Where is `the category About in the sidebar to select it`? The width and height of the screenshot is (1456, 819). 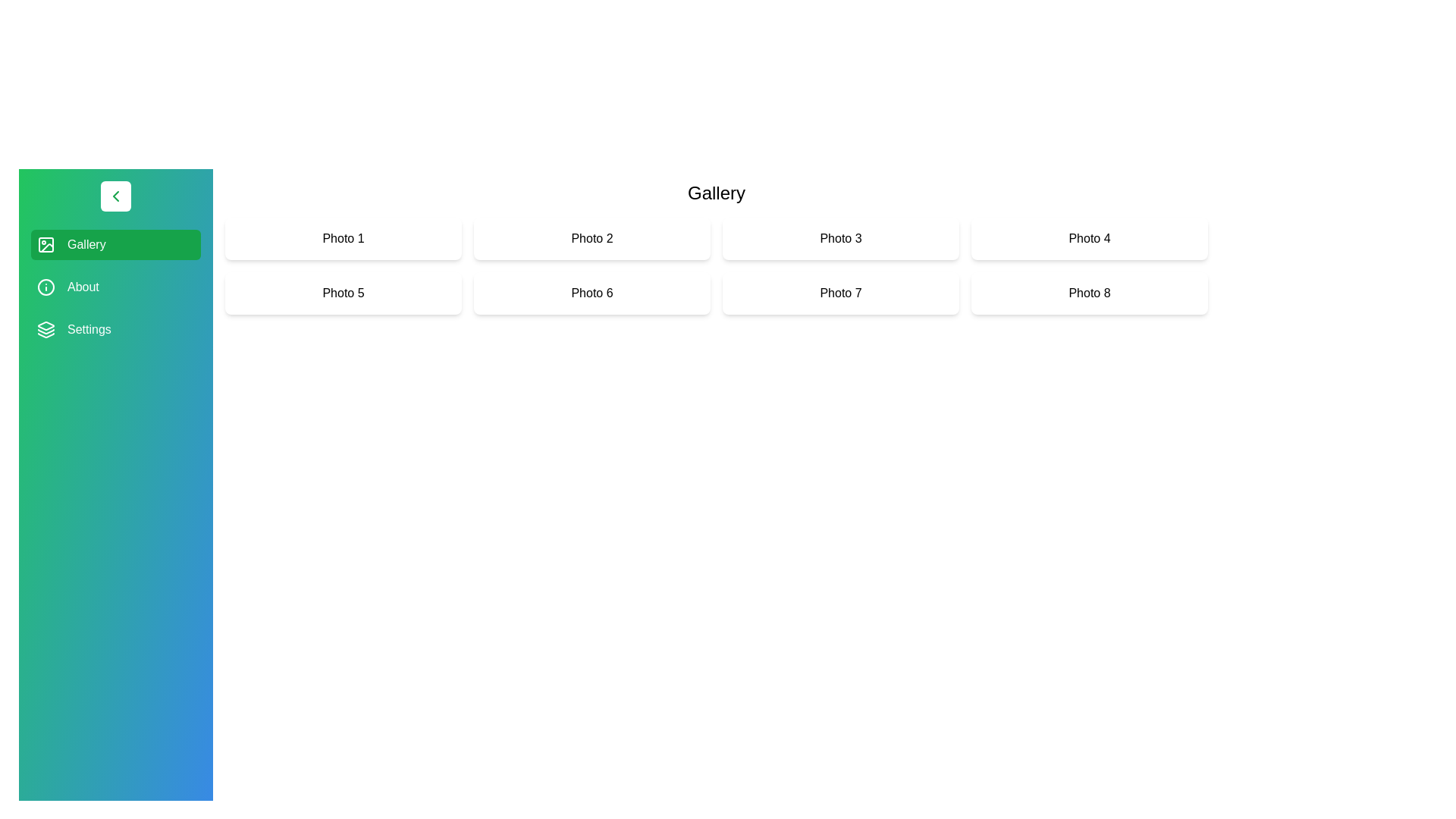 the category About in the sidebar to select it is located at coordinates (115, 287).